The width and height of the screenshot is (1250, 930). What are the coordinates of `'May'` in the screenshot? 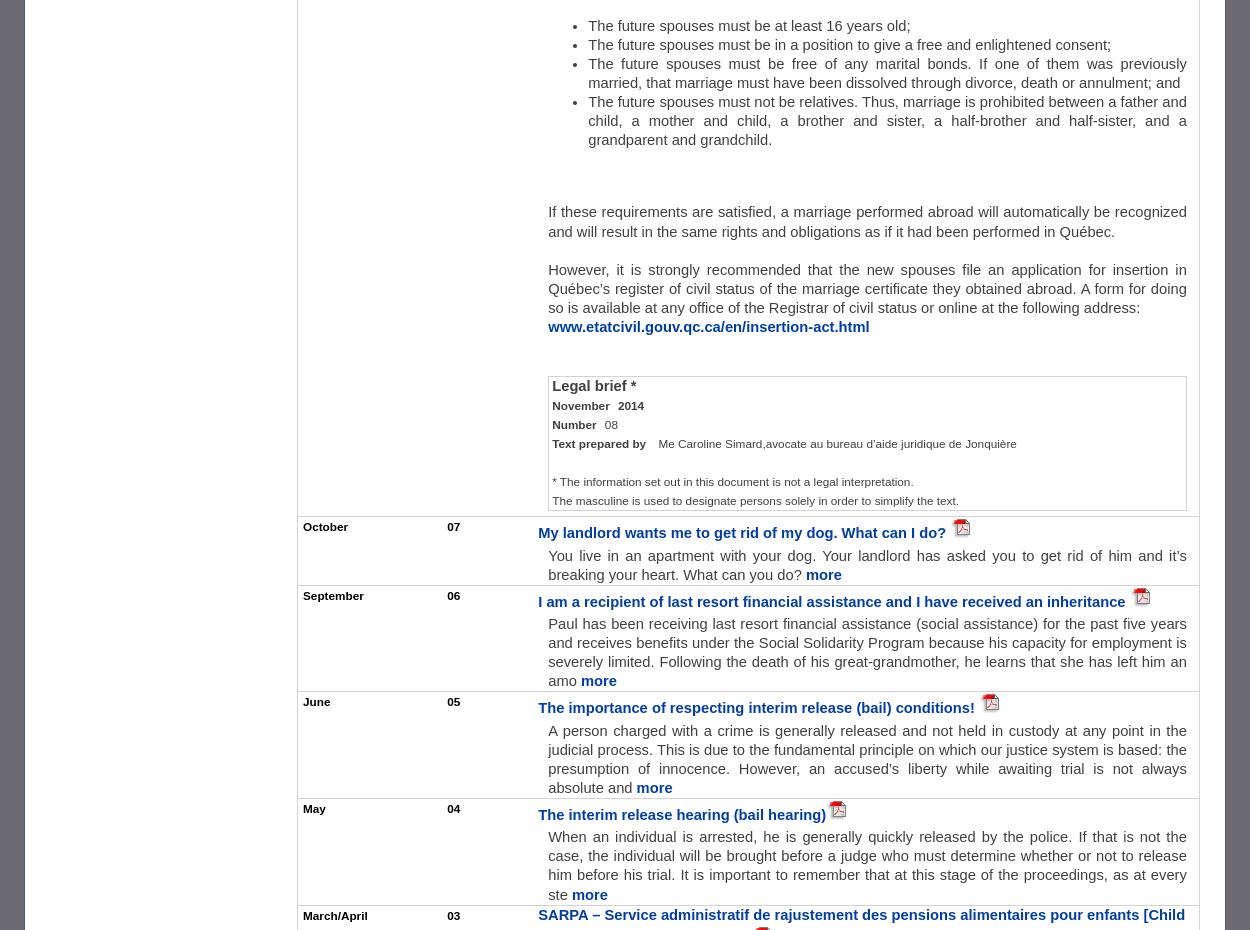 It's located at (313, 807).